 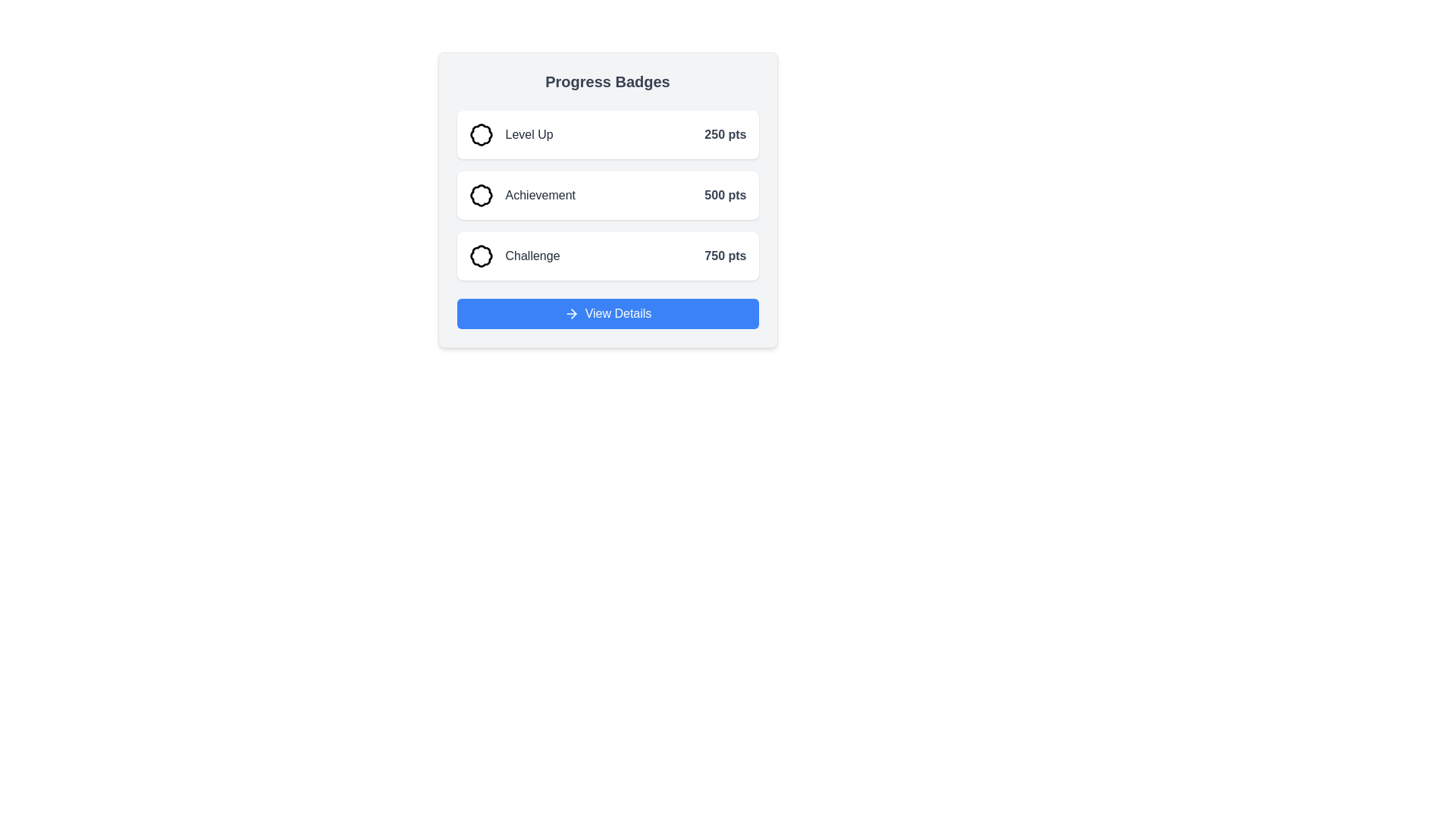 I want to click on the achievement badge icon located to the left of the 'Achievement' text, which is positioned immediately below the 'Level Up' section, so click(x=480, y=195).